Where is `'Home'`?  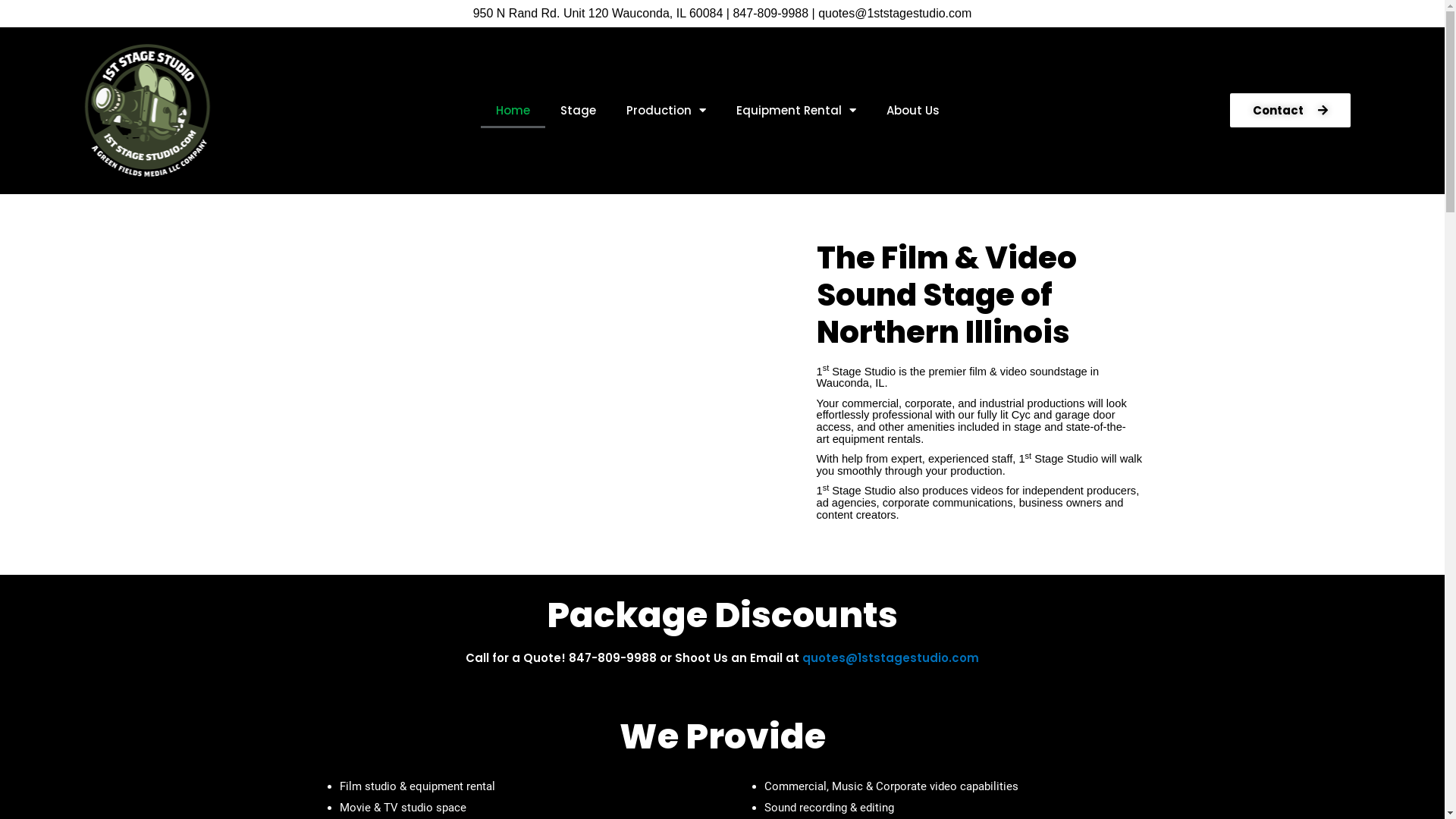 'Home' is located at coordinates (513, 110).